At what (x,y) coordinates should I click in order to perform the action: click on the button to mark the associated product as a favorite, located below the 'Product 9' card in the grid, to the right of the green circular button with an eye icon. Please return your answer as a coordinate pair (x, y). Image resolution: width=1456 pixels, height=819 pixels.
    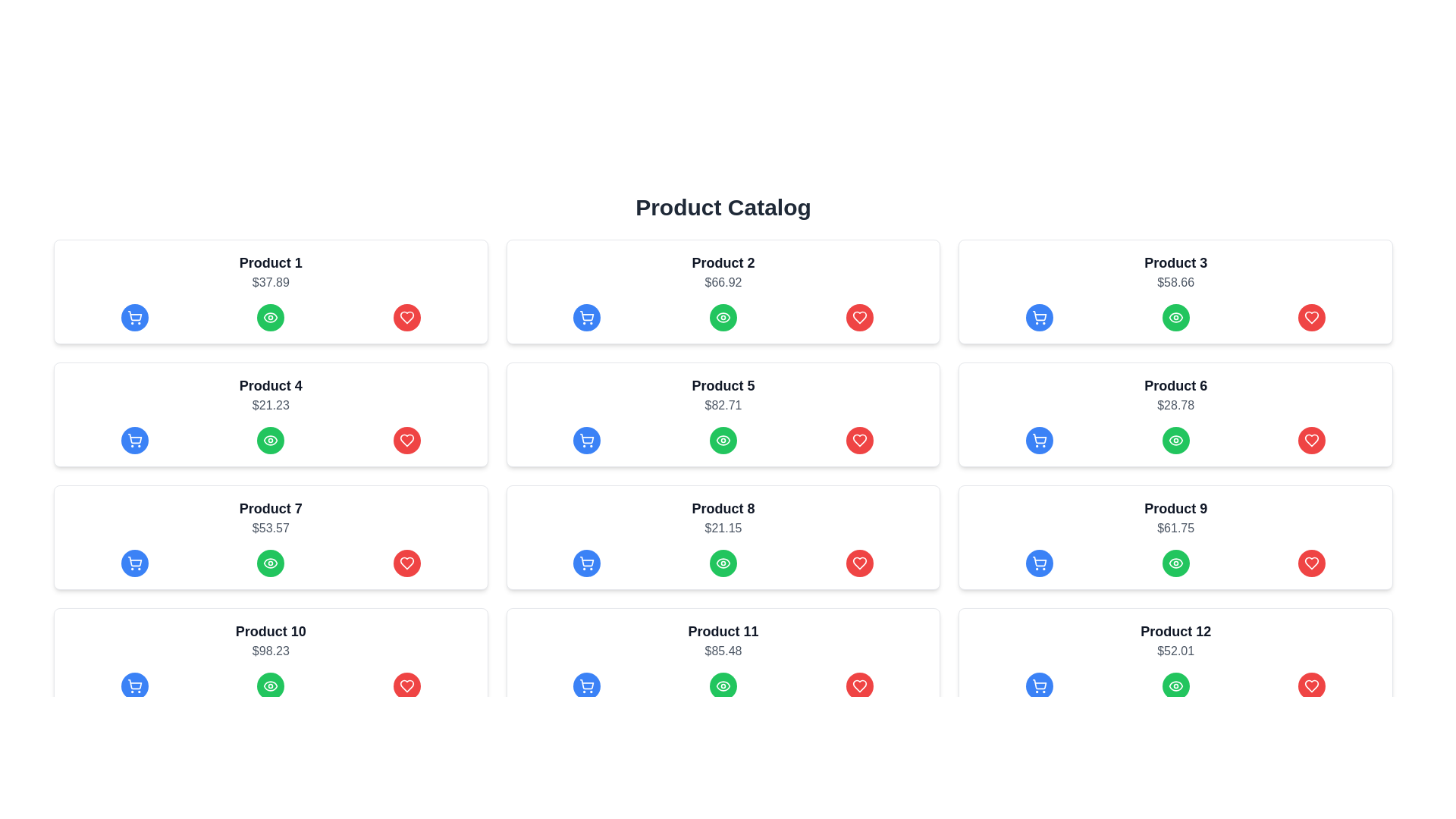
    Looking at the image, I should click on (1310, 563).